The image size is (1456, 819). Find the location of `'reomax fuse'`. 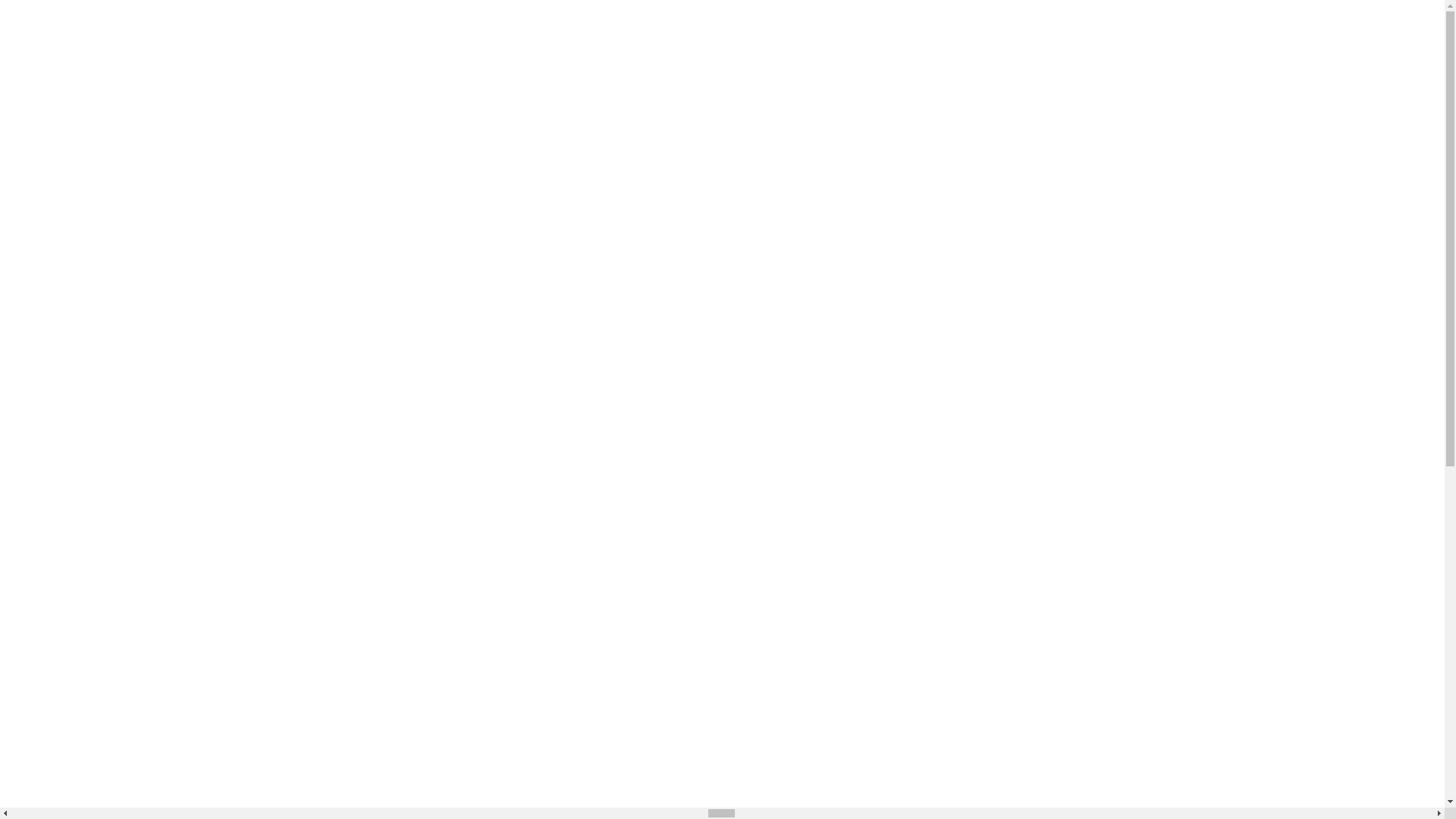

'reomax fuse' is located at coordinates (100, 388).